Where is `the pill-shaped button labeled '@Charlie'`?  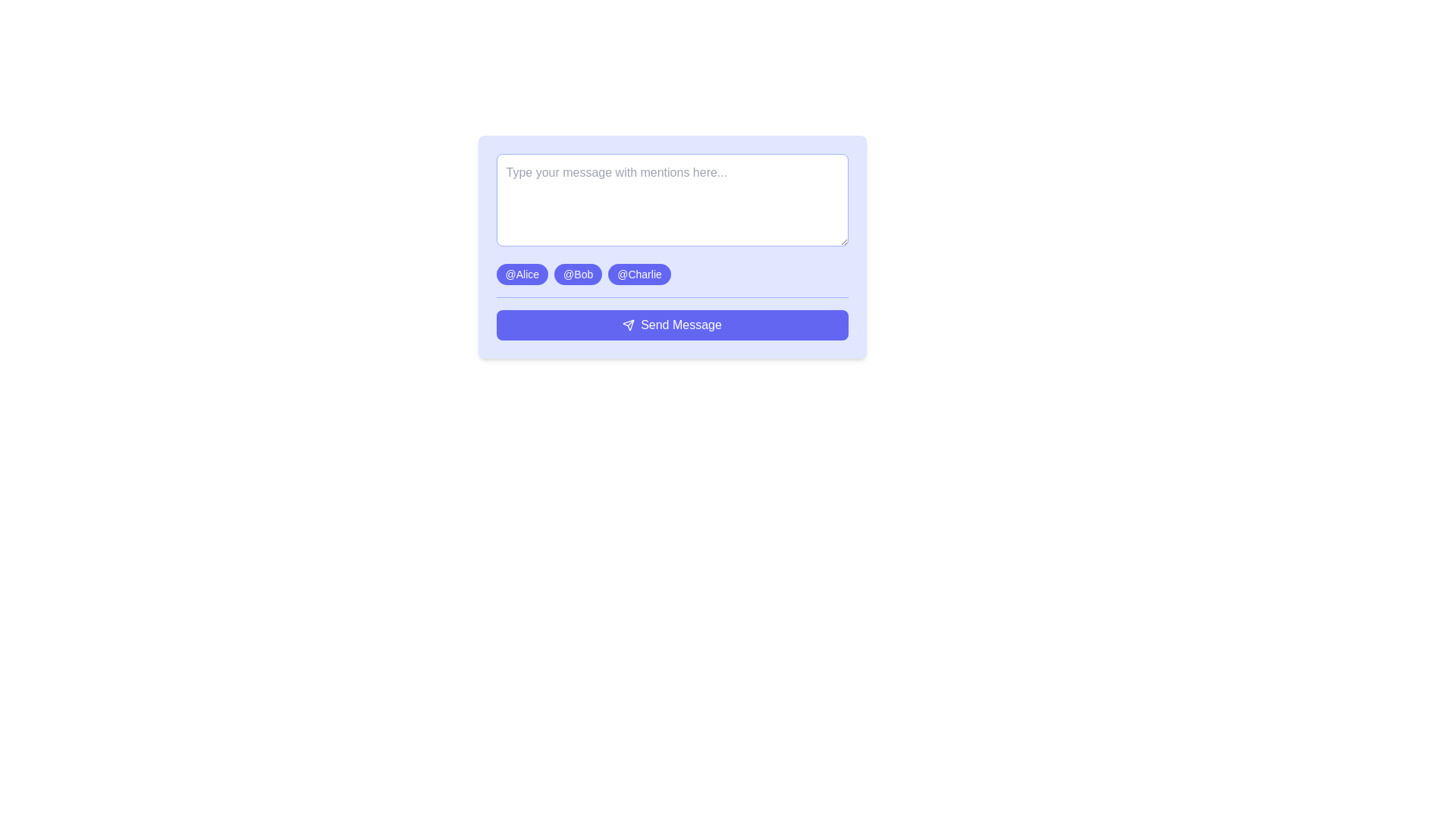 the pill-shaped button labeled '@Charlie' is located at coordinates (639, 275).